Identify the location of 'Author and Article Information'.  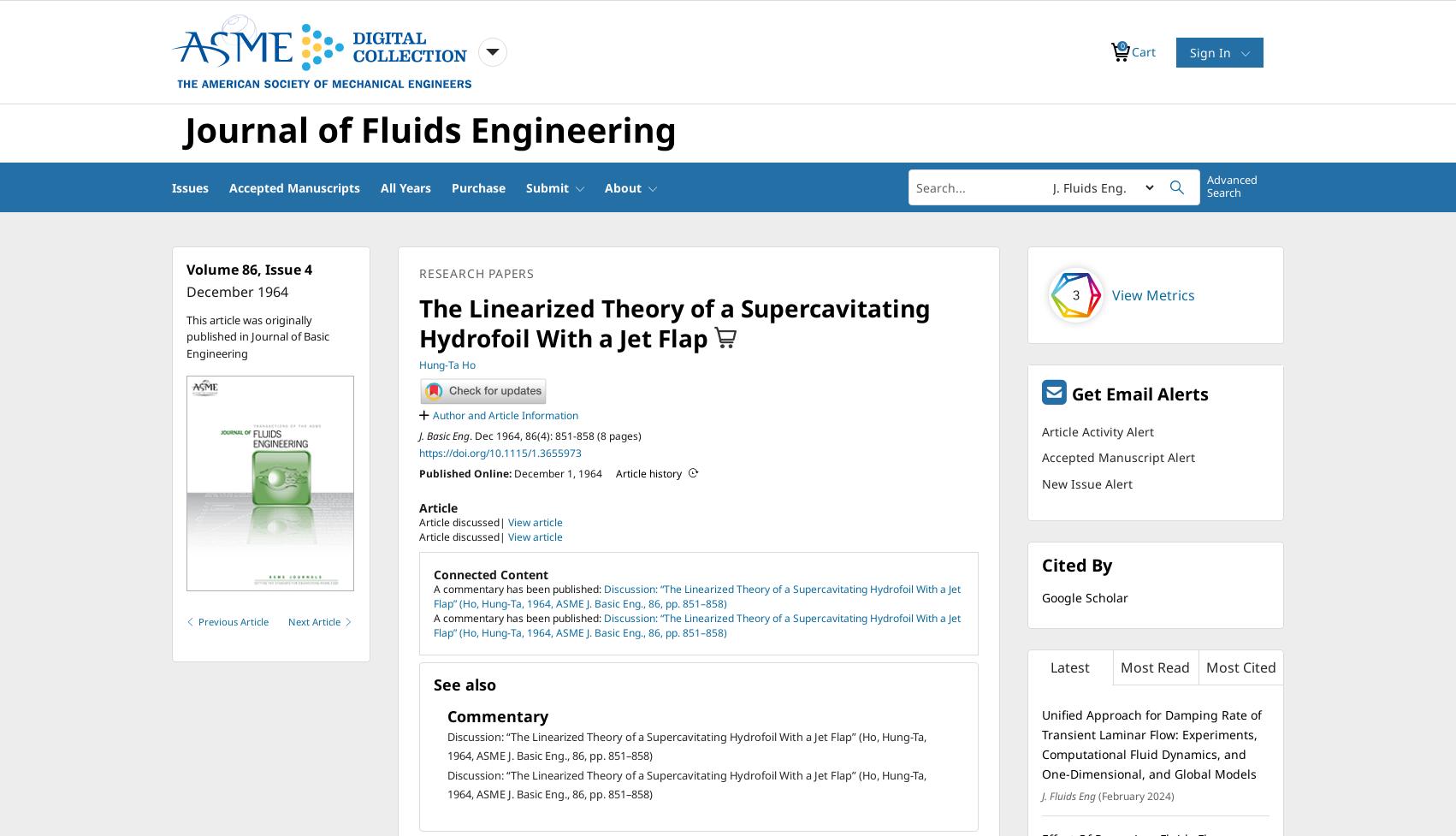
(505, 414).